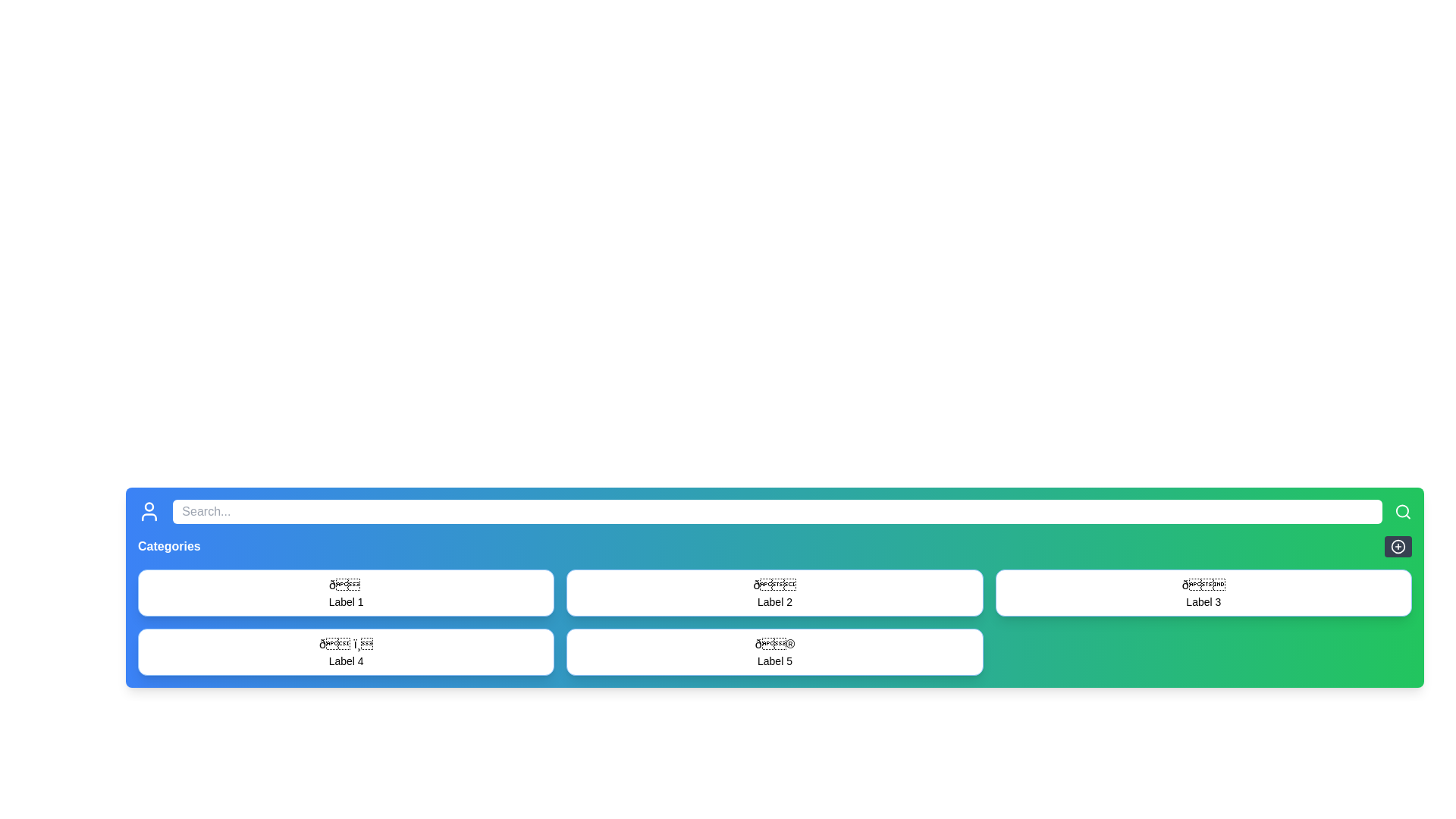 The width and height of the screenshot is (1456, 819). I want to click on circular SVG shape icon with a plus sign located at the top-right corner of the search bar for more details, so click(1397, 547).